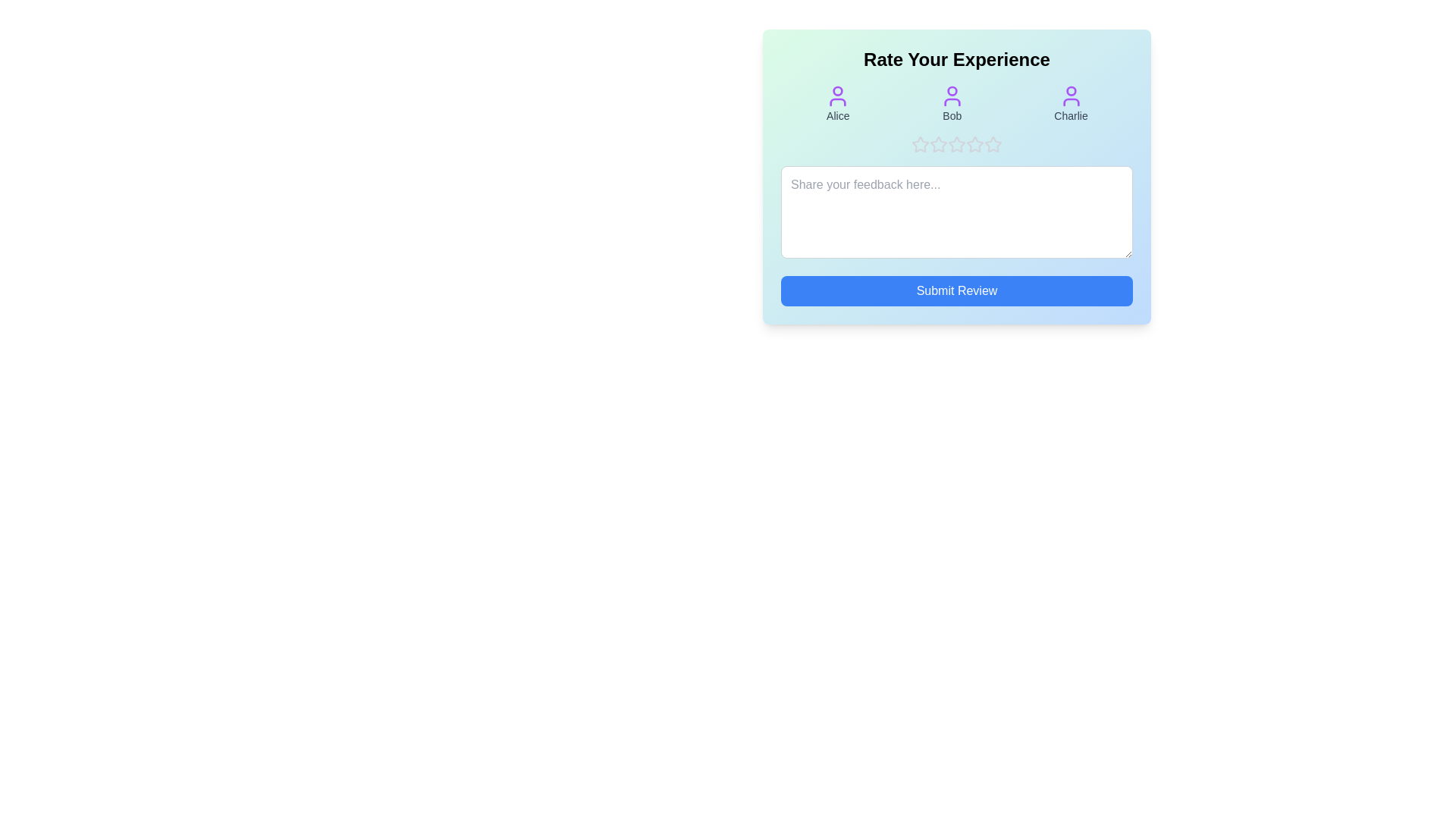 Image resolution: width=1456 pixels, height=819 pixels. What do you see at coordinates (956, 291) in the screenshot?
I see `the 'Submit Review' button to submit the review` at bounding box center [956, 291].